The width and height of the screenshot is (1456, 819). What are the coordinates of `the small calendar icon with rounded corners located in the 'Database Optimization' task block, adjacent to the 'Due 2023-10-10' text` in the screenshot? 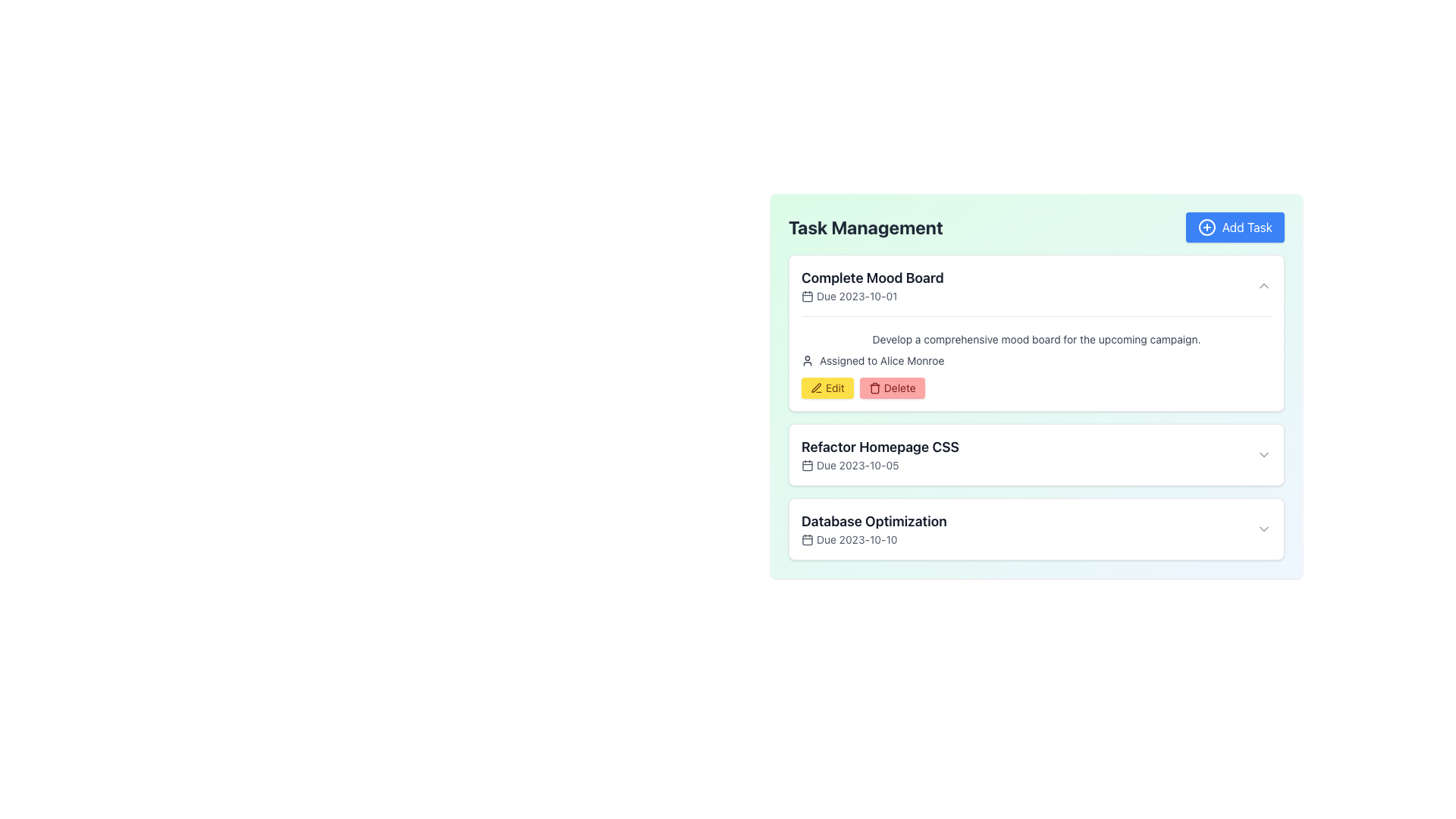 It's located at (807, 539).